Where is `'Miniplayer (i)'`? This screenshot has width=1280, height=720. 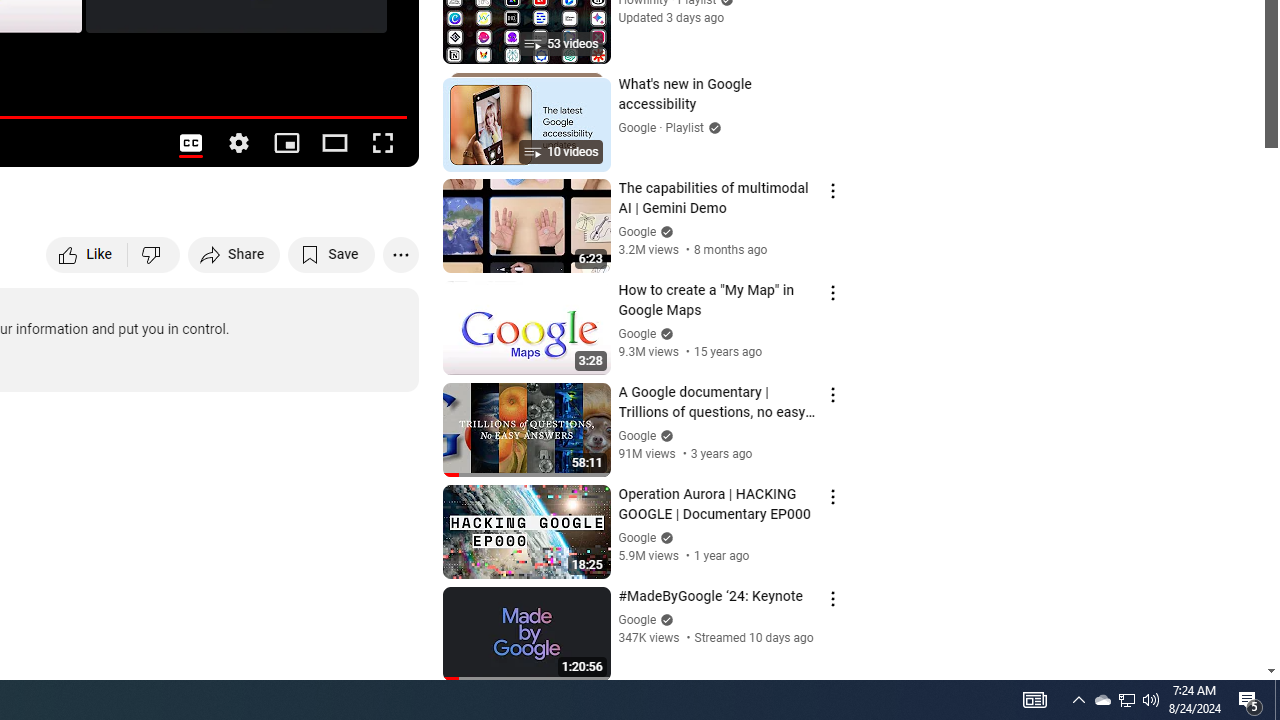
'Miniplayer (i)' is located at coordinates (285, 141).